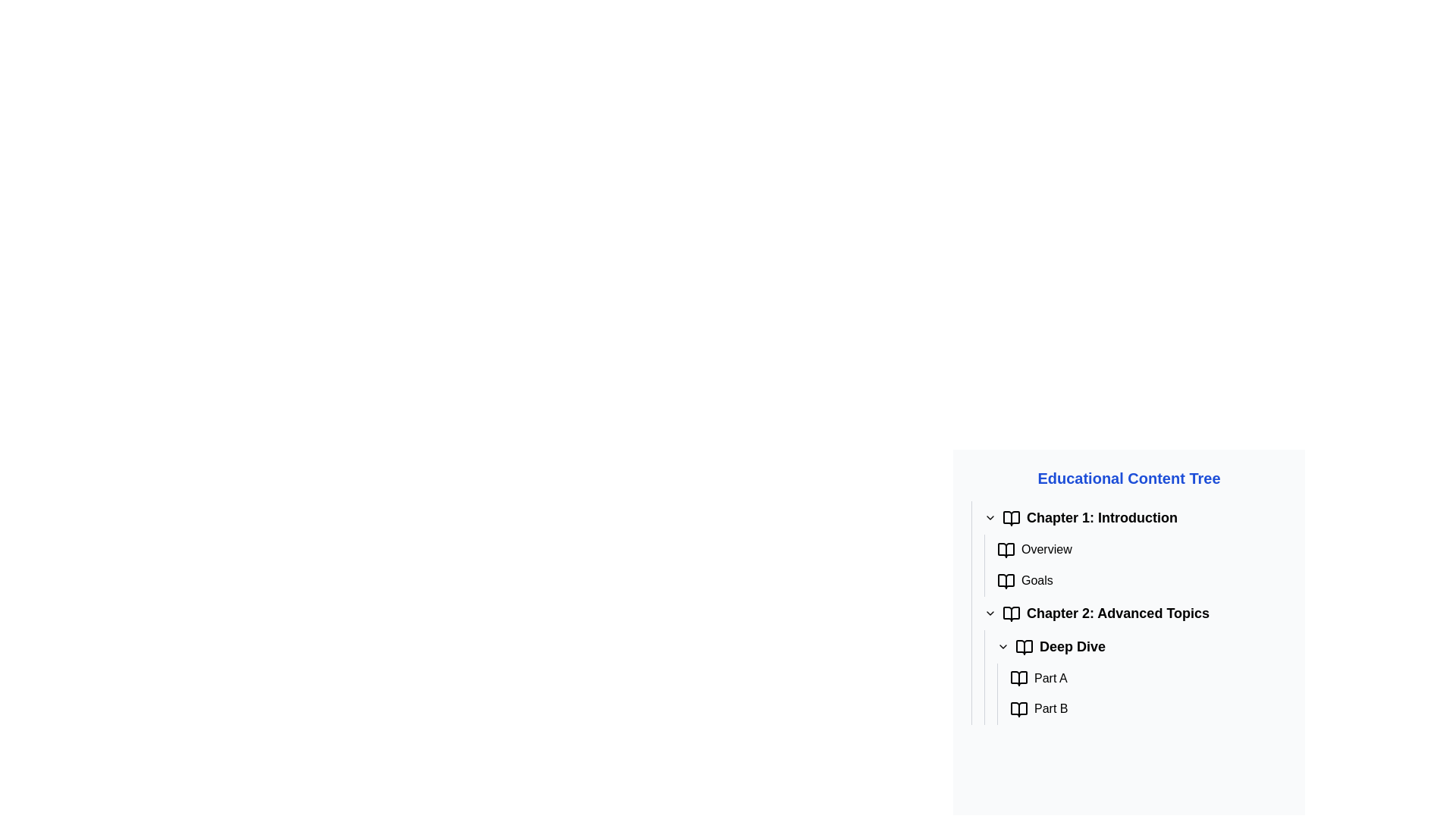 The image size is (1456, 819). Describe the element at coordinates (1128, 660) in the screenshot. I see `the collapsible tree node titled 'Chapter 2: Advanced Topics' to activate related actions` at that location.